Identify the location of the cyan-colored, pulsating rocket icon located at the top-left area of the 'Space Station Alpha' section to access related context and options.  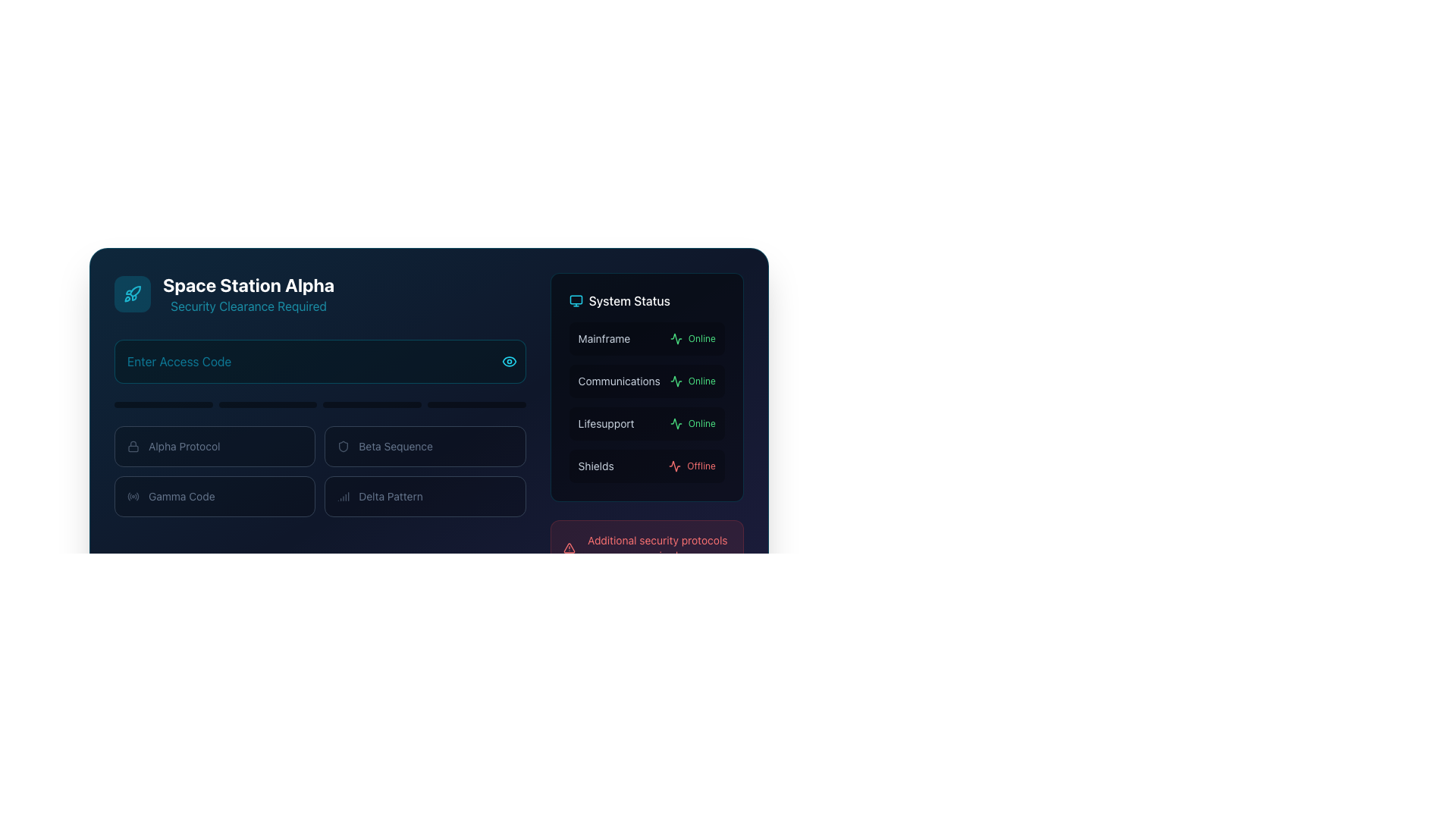
(132, 294).